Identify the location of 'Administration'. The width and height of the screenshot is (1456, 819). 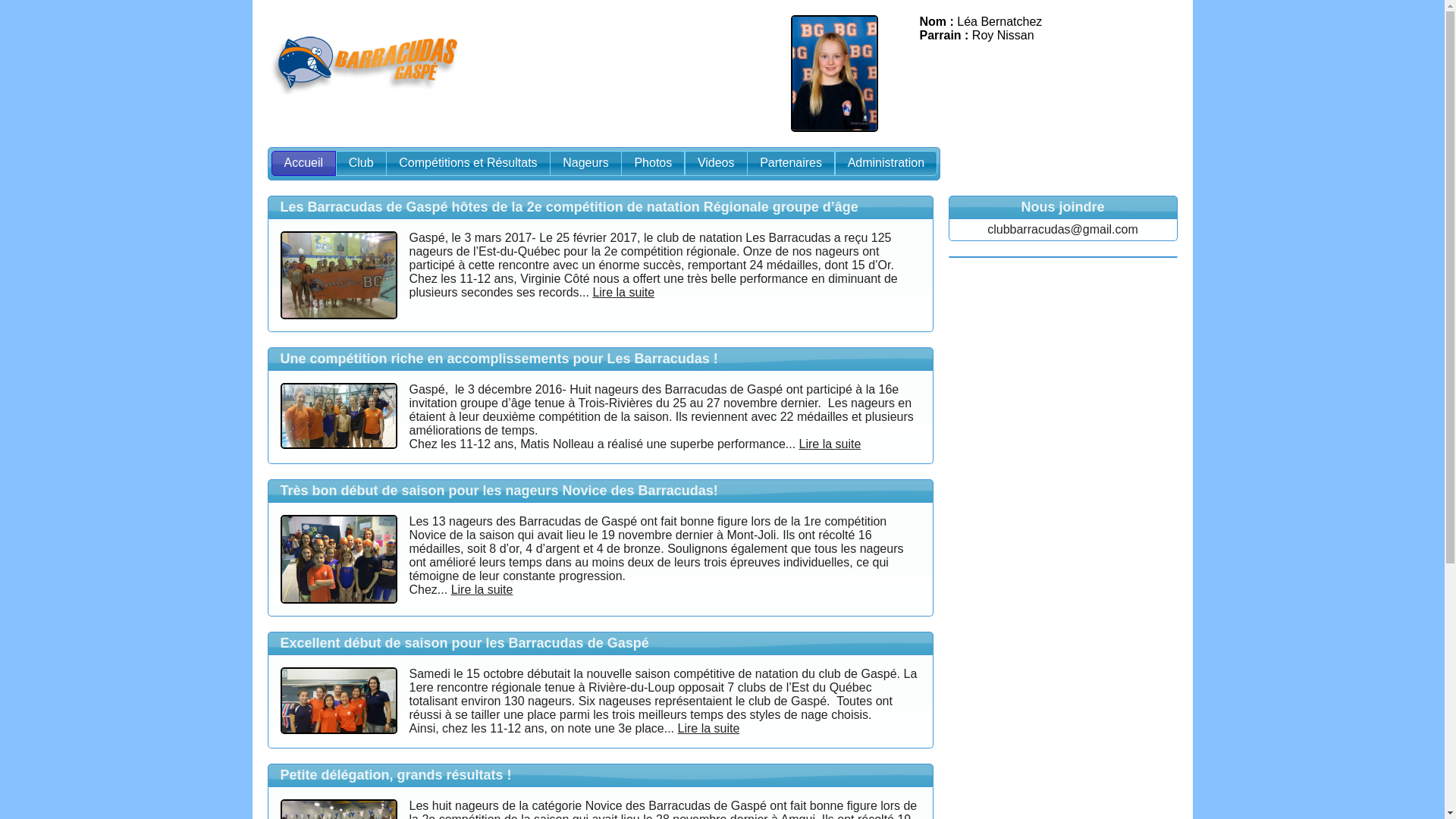
(886, 163).